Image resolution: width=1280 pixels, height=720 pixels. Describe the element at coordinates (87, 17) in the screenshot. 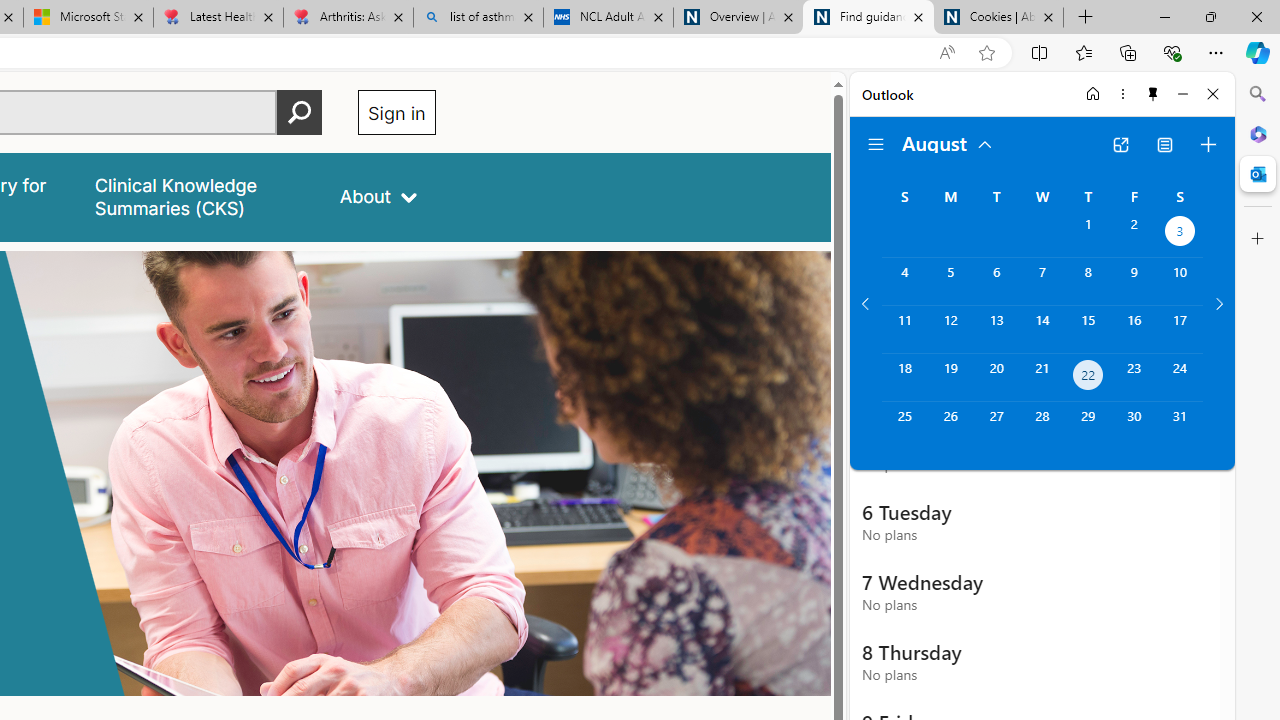

I see `'Microsoft Start'` at that location.